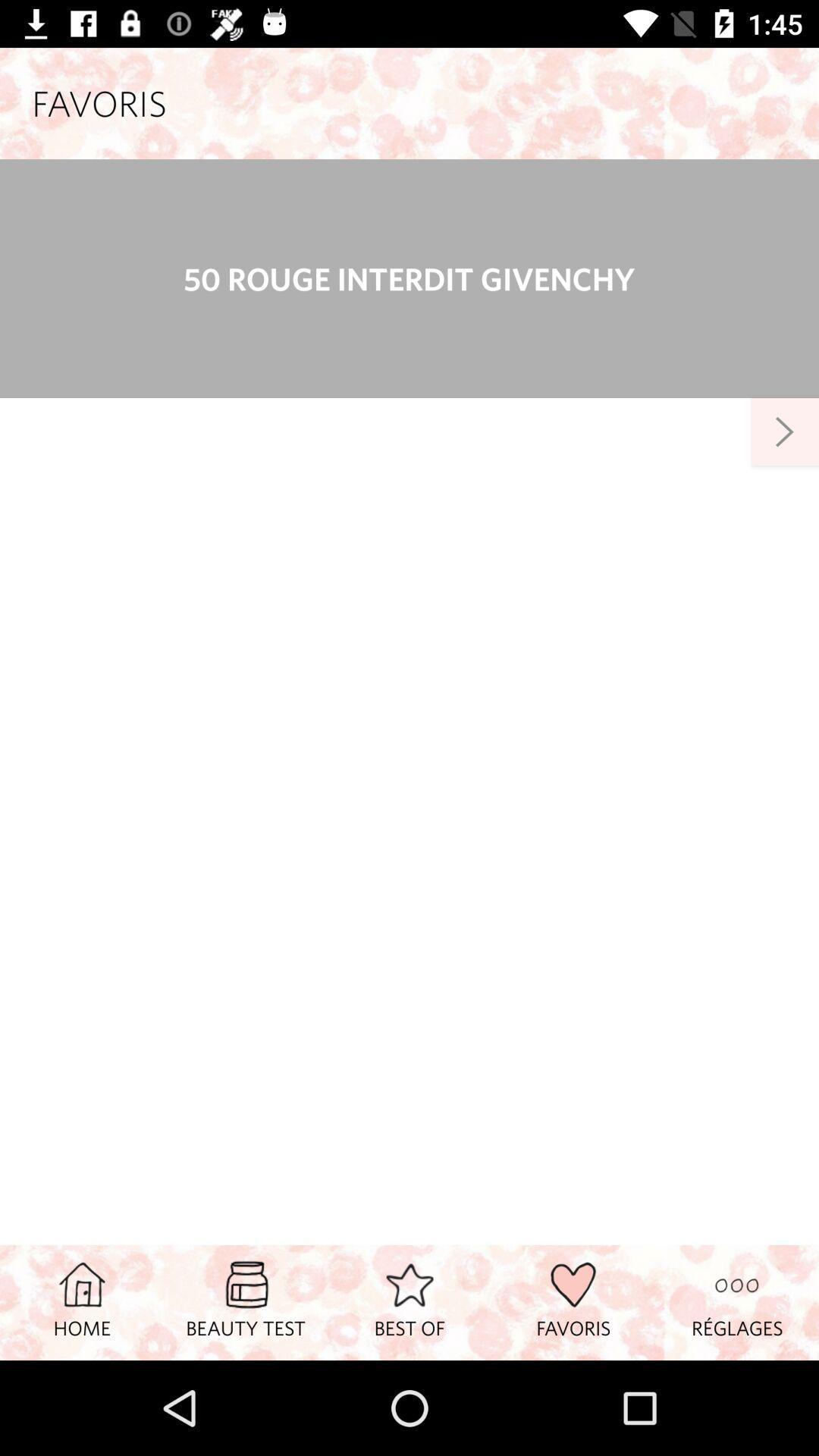  I want to click on item next to the favoris item, so click(409, 1301).